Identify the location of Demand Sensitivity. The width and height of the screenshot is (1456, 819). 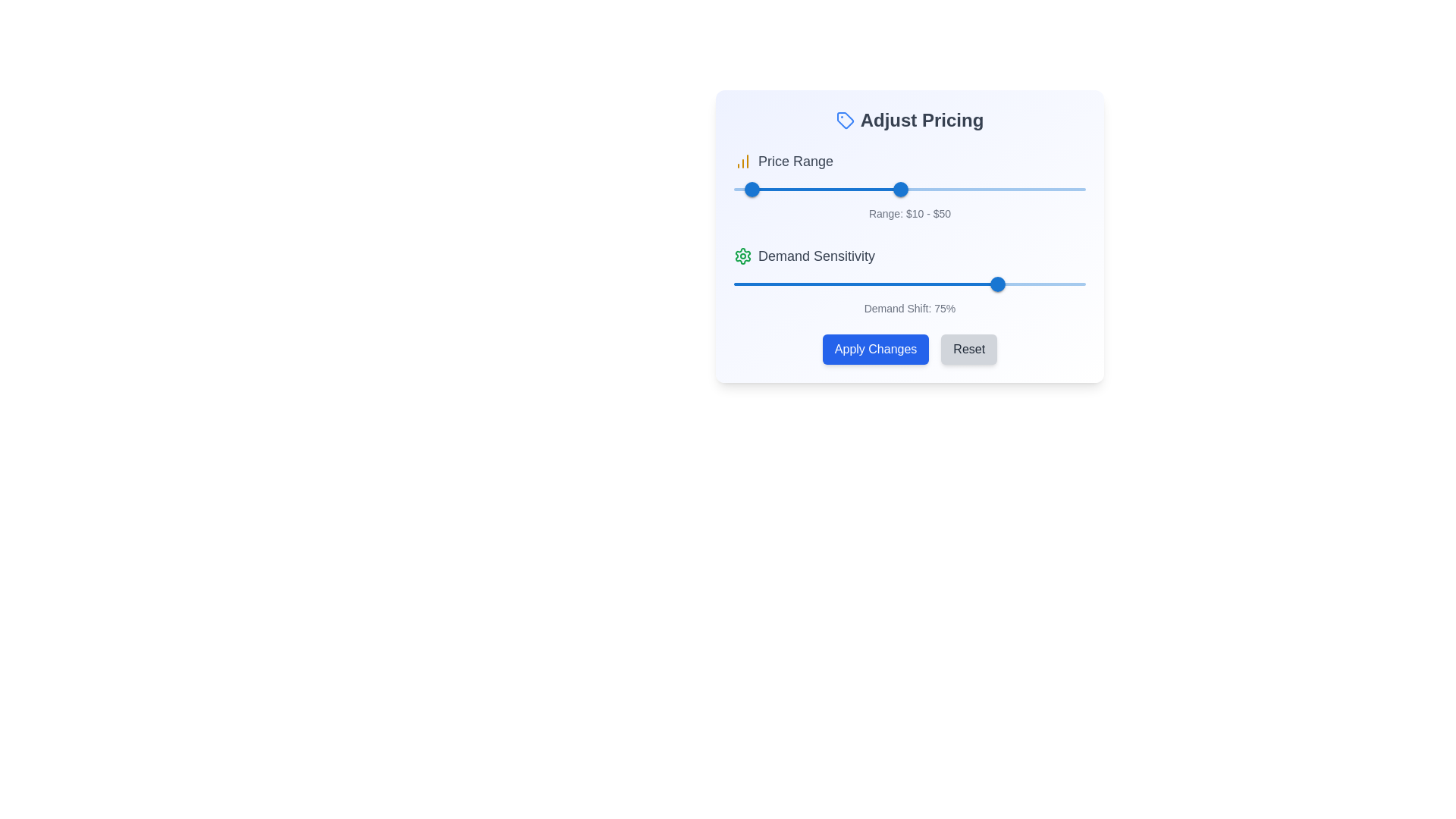
(811, 284).